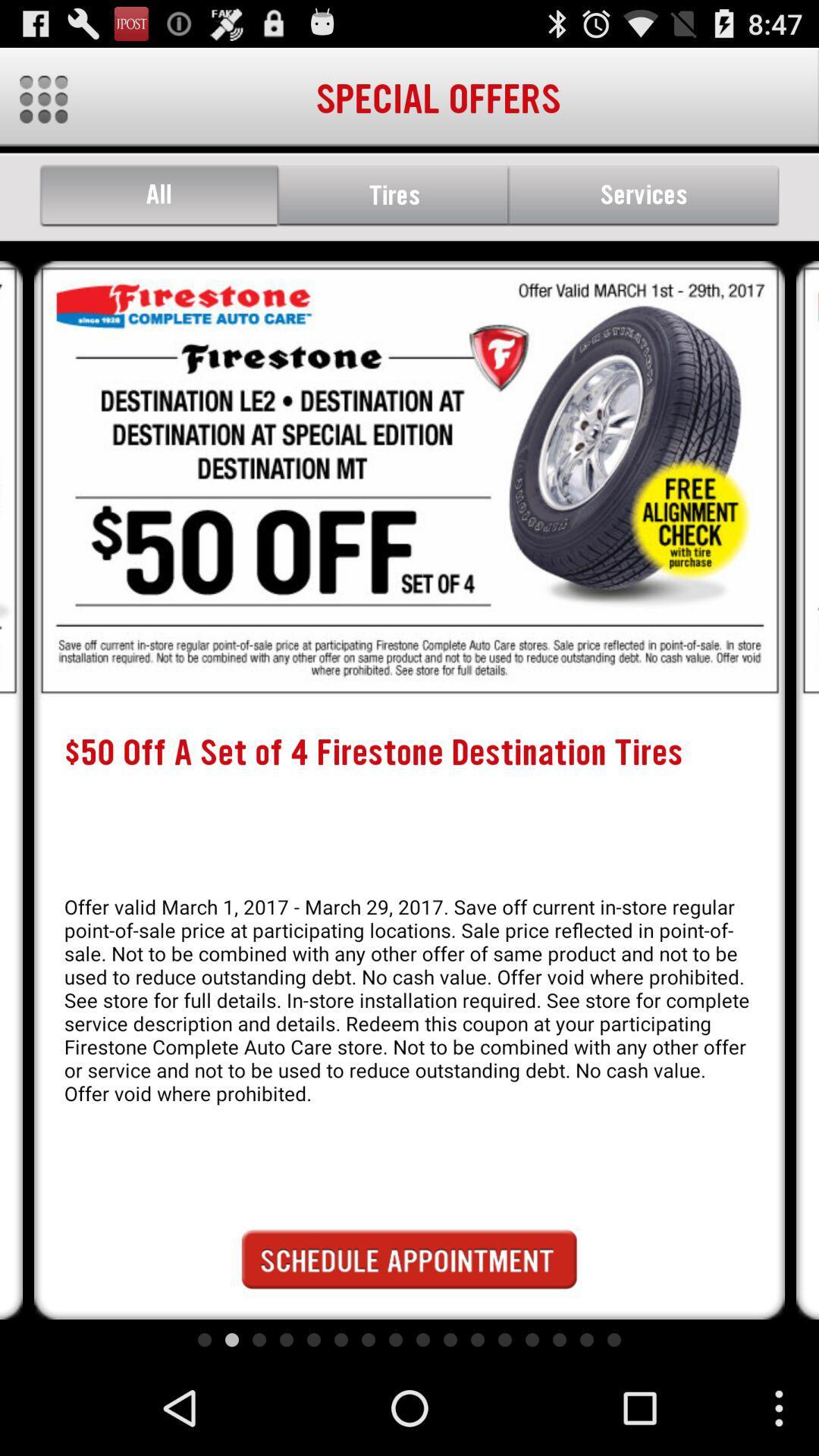 The height and width of the screenshot is (1456, 819). What do you see at coordinates (409, 1259) in the screenshot?
I see `the schedule appointment` at bounding box center [409, 1259].